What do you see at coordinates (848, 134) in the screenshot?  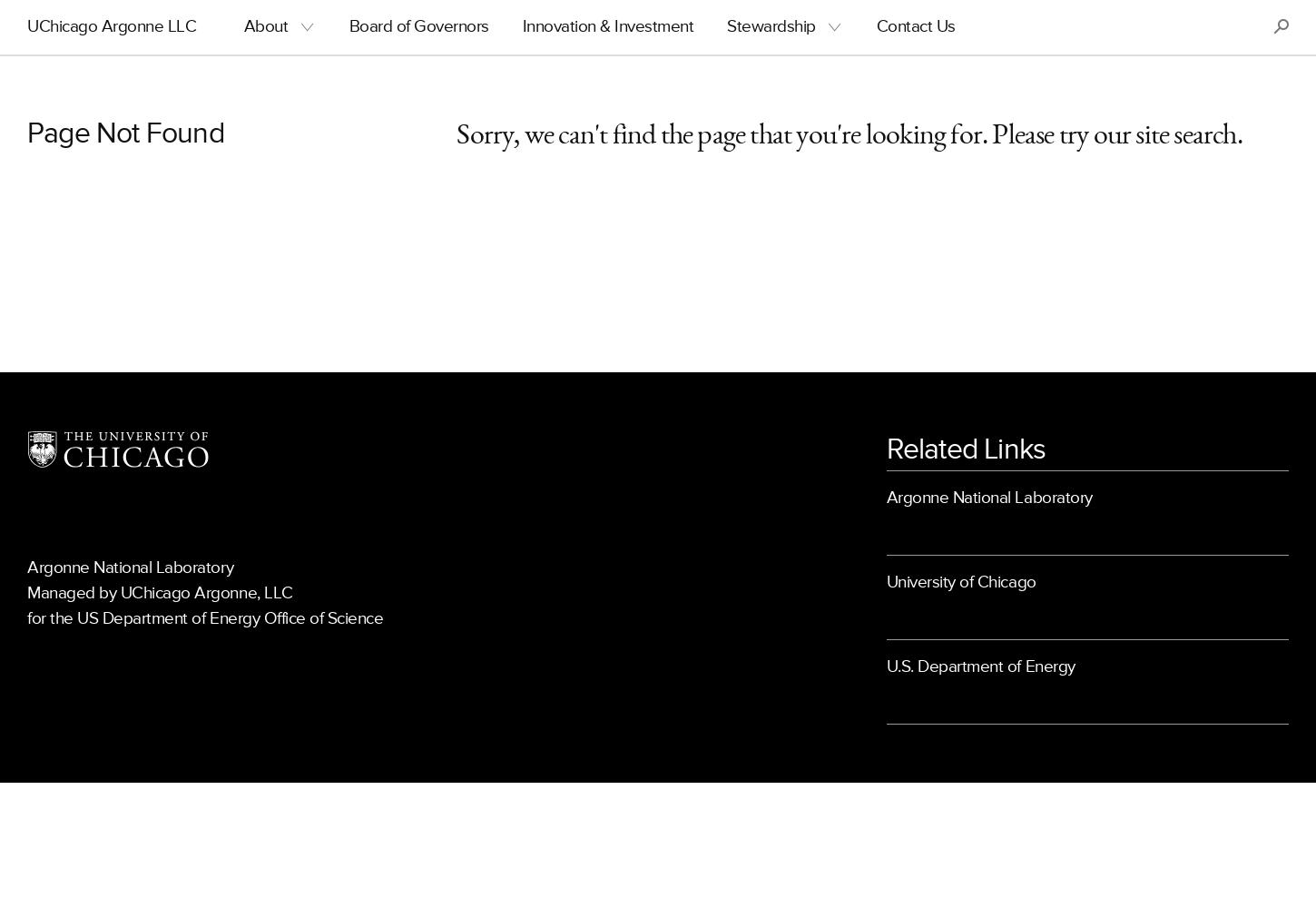 I see `'Sorry, we can't find the page that you're looking for. Please try our site search.'` at bounding box center [848, 134].